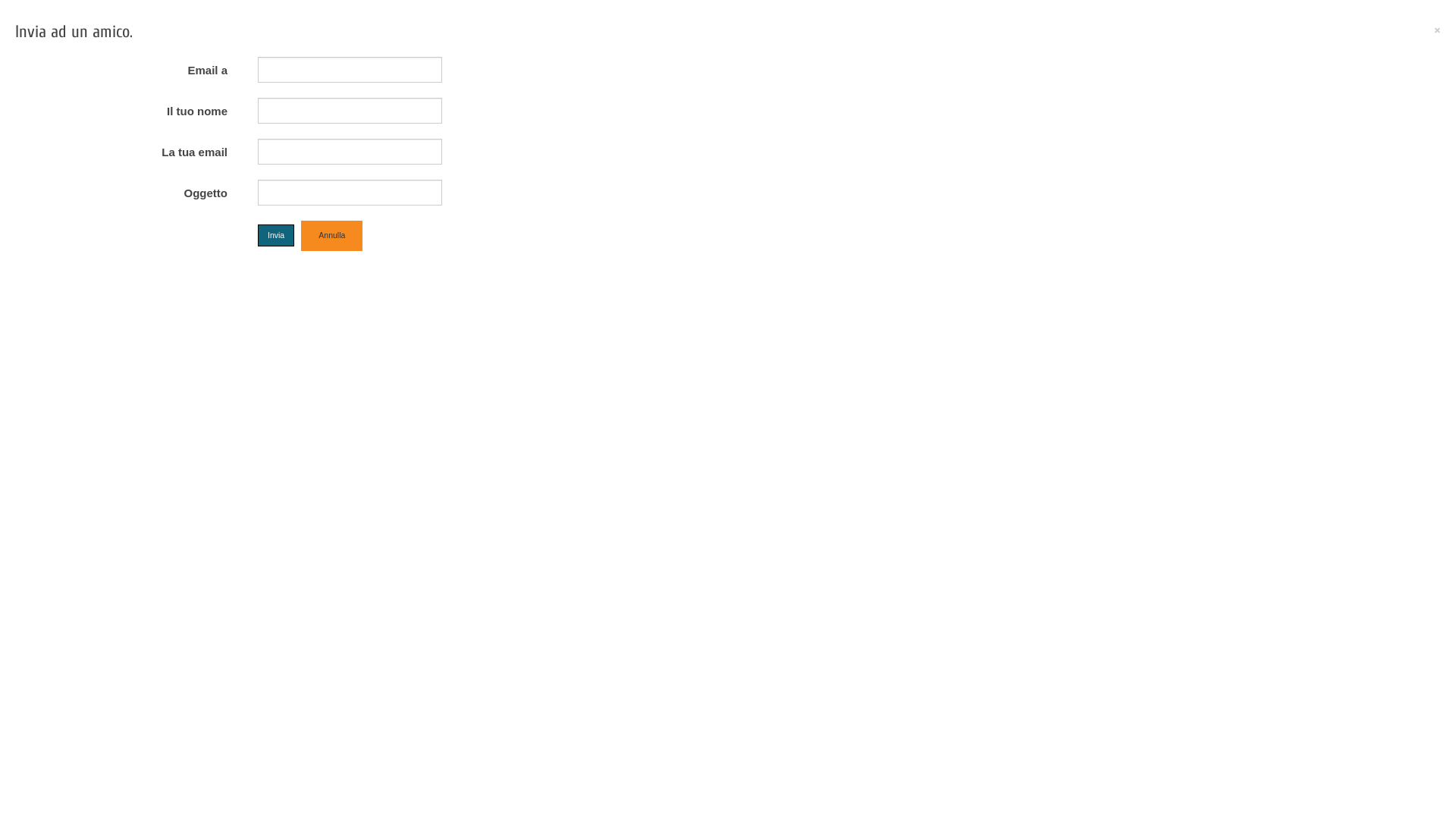 The image size is (1456, 819). Describe the element at coordinates (331, 236) in the screenshot. I see `'Annulla'` at that location.